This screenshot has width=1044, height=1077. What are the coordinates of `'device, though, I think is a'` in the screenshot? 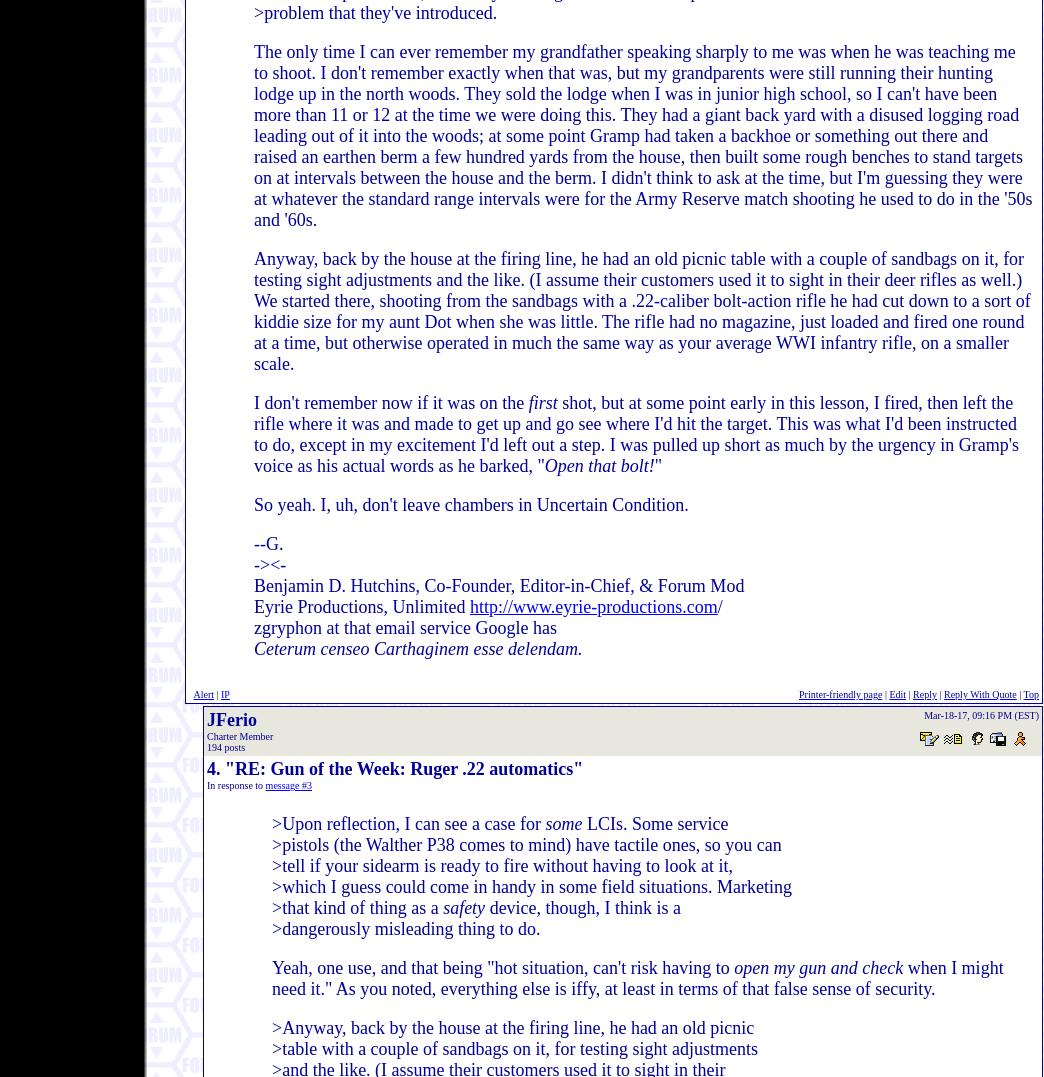 It's located at (581, 908).